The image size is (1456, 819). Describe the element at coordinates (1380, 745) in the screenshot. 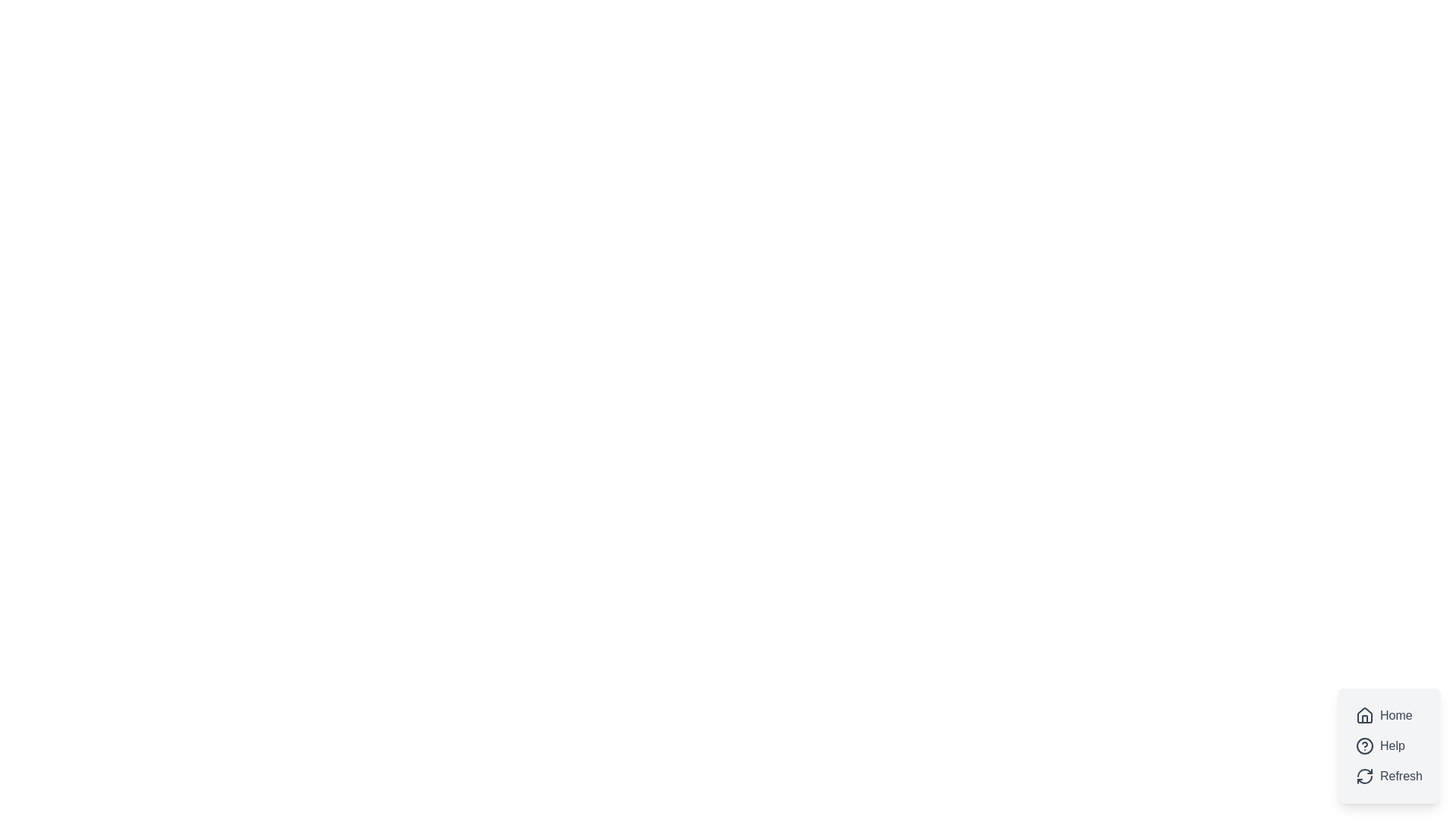

I see `the 'Help' button, which is the second button in a vertical group of three buttons` at that location.